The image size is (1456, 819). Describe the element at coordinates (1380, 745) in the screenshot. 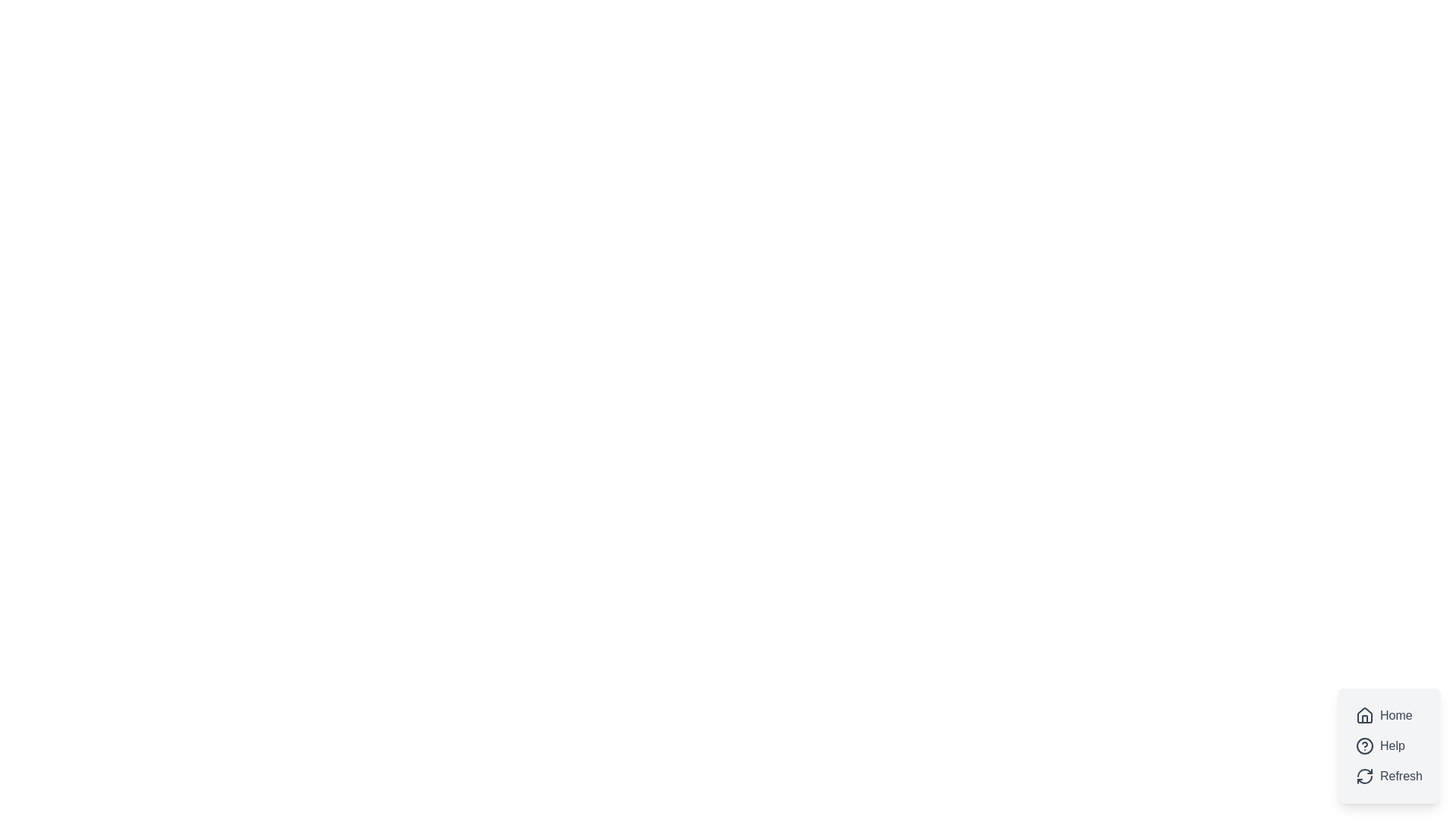

I see `the 'Help' button, which is the second button in a vertical group of three buttons` at that location.